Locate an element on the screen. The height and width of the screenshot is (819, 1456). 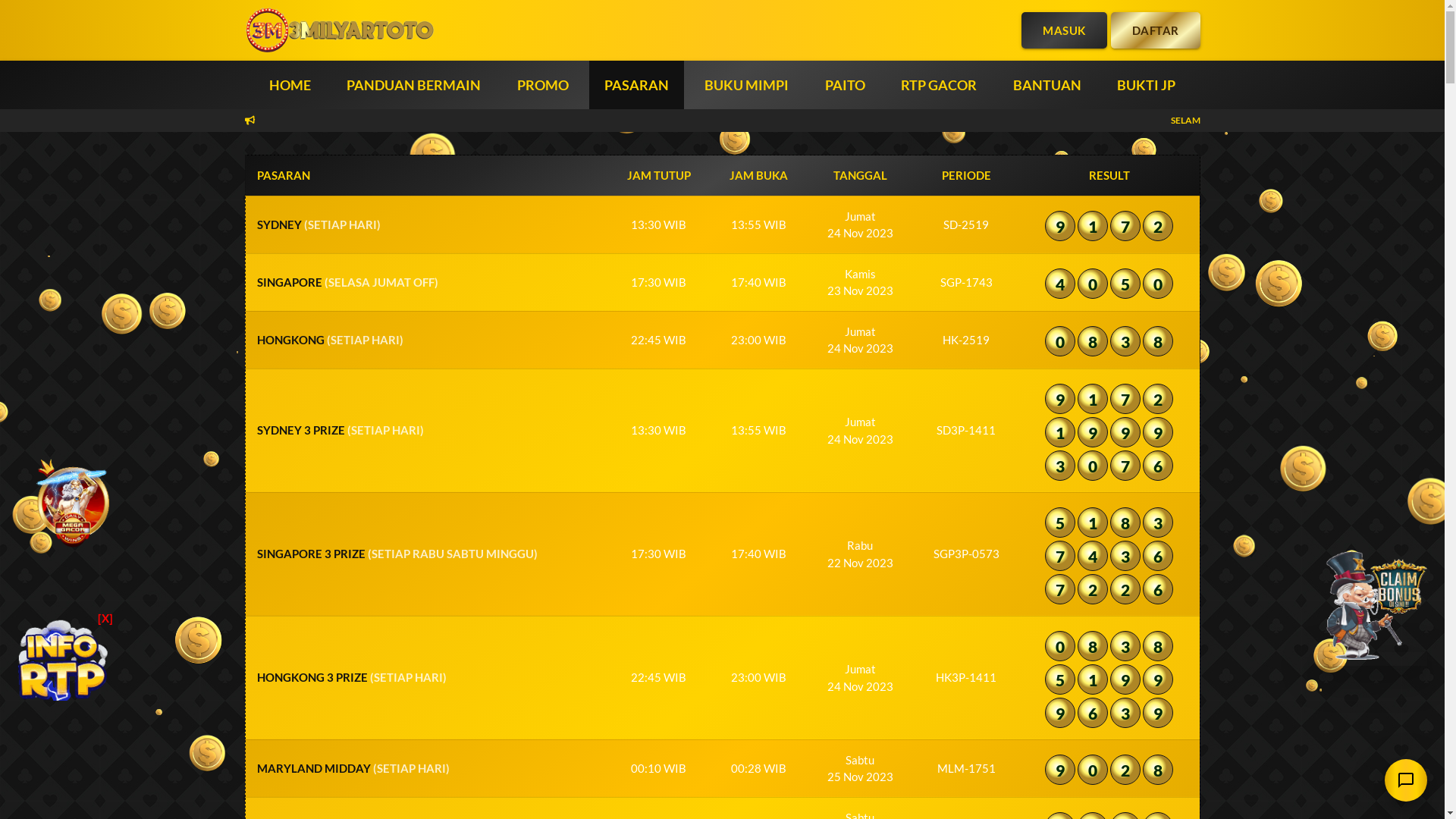
'HOME' is located at coordinates (290, 84).